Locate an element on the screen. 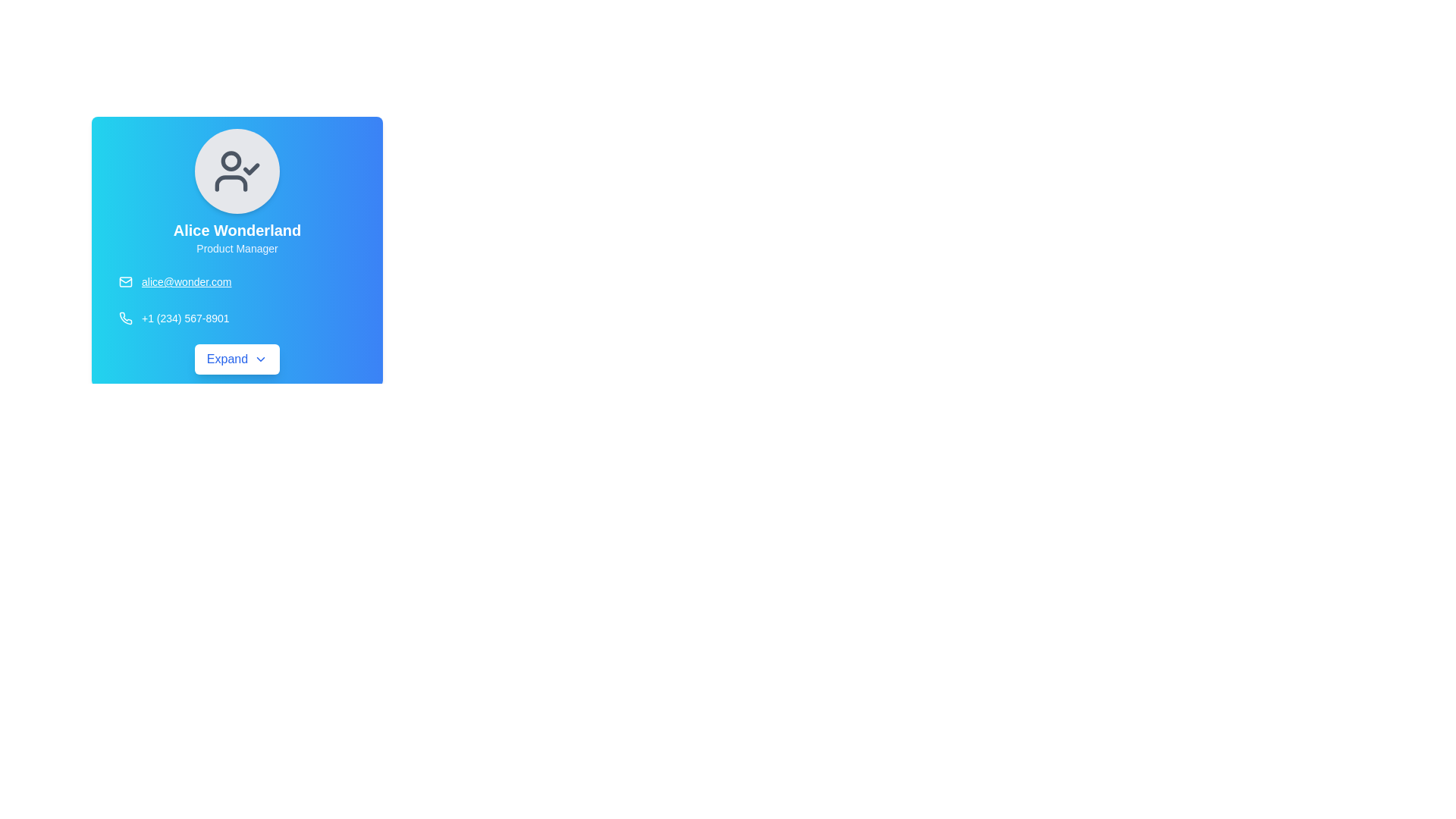 Image resolution: width=1456 pixels, height=819 pixels. the profile icon or avatar located at the top center of the profile card above the text 'Alice Wonderland' and 'Product Manager' is located at coordinates (236, 171).